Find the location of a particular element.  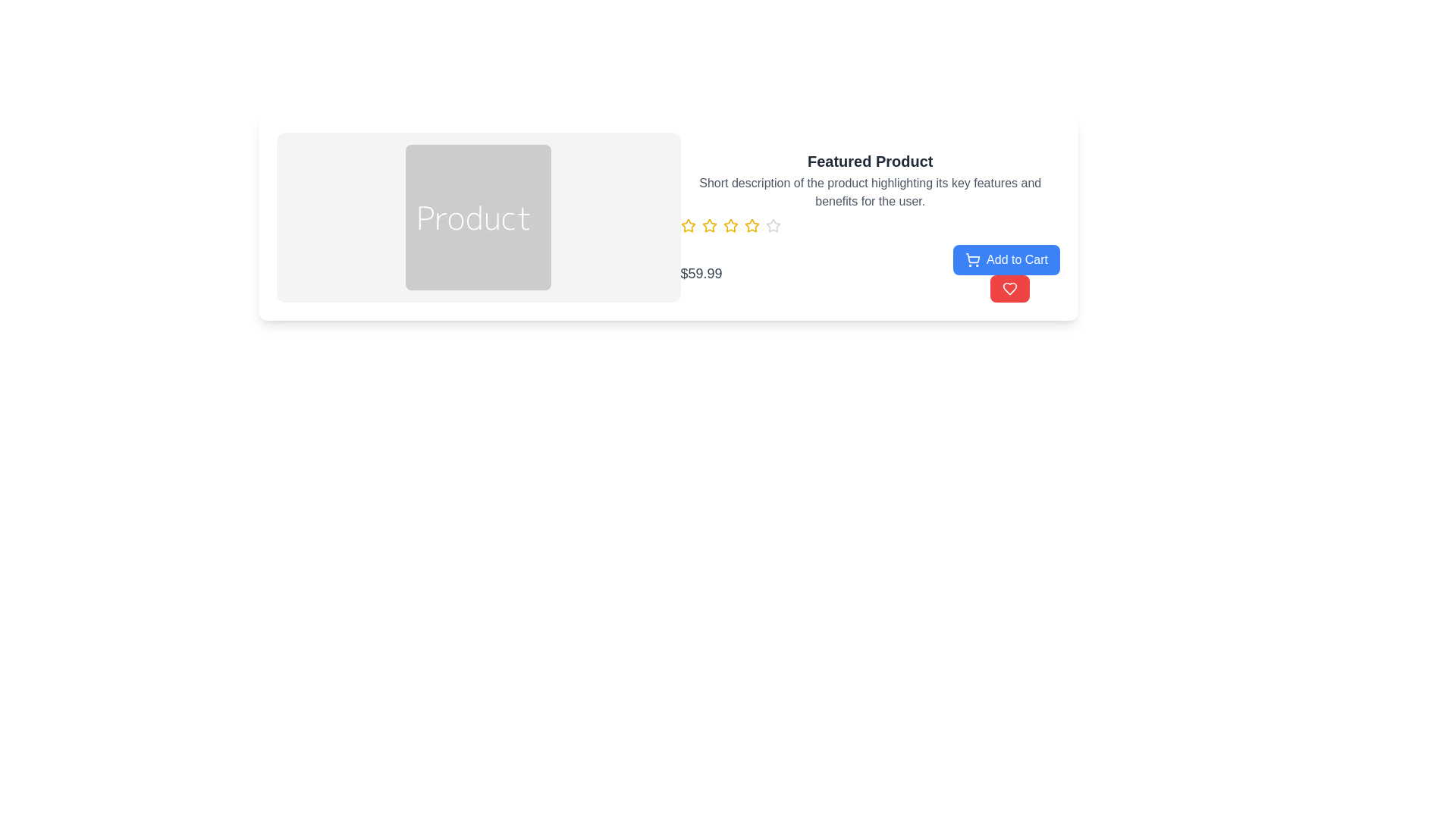

the first star icon in the Star Rating Icon group located below the 'Featured Product' title to allow the user to provide feedback on the product rating is located at coordinates (687, 226).